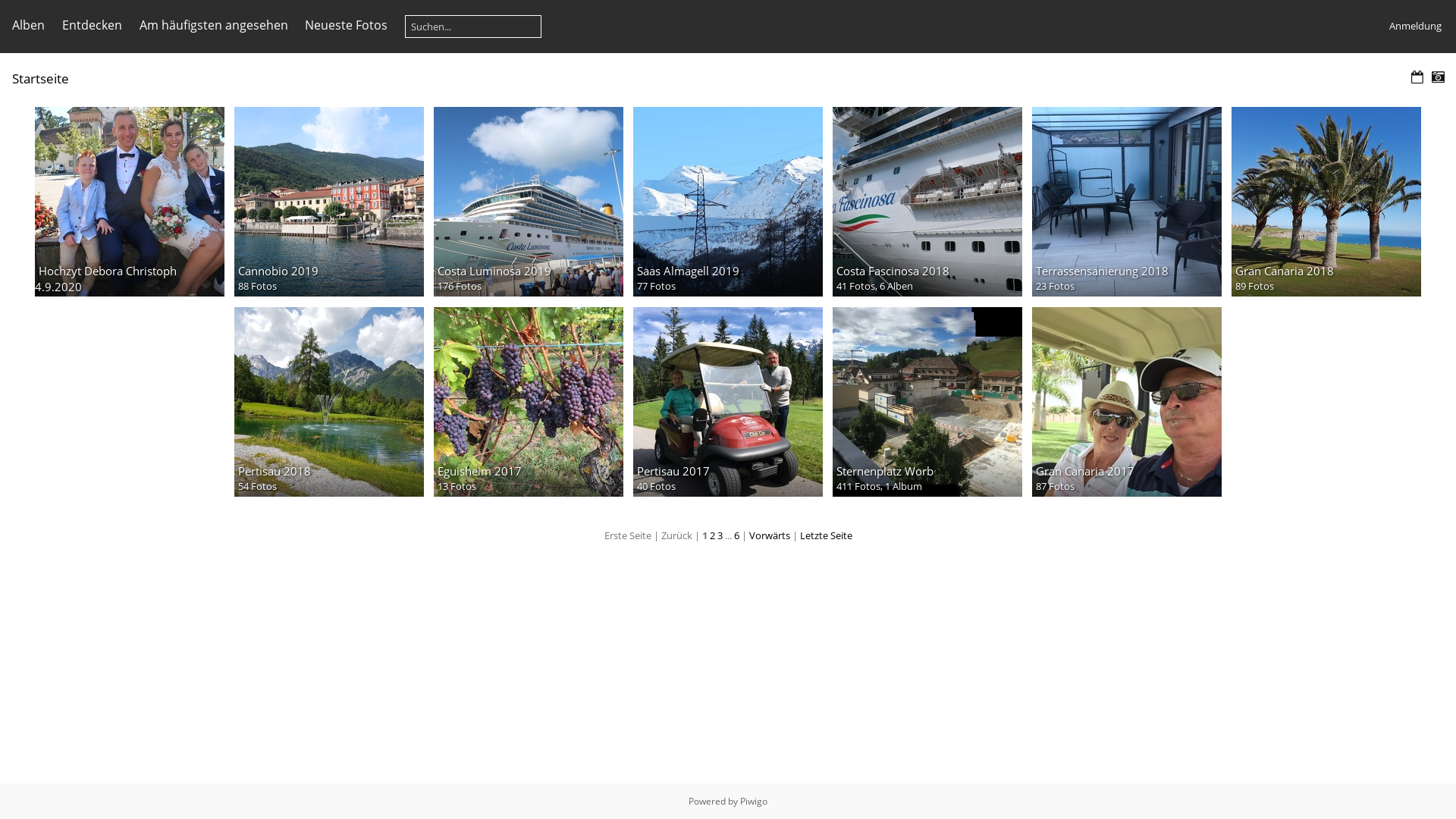  What do you see at coordinates (28, 25) in the screenshot?
I see `'Alben'` at bounding box center [28, 25].